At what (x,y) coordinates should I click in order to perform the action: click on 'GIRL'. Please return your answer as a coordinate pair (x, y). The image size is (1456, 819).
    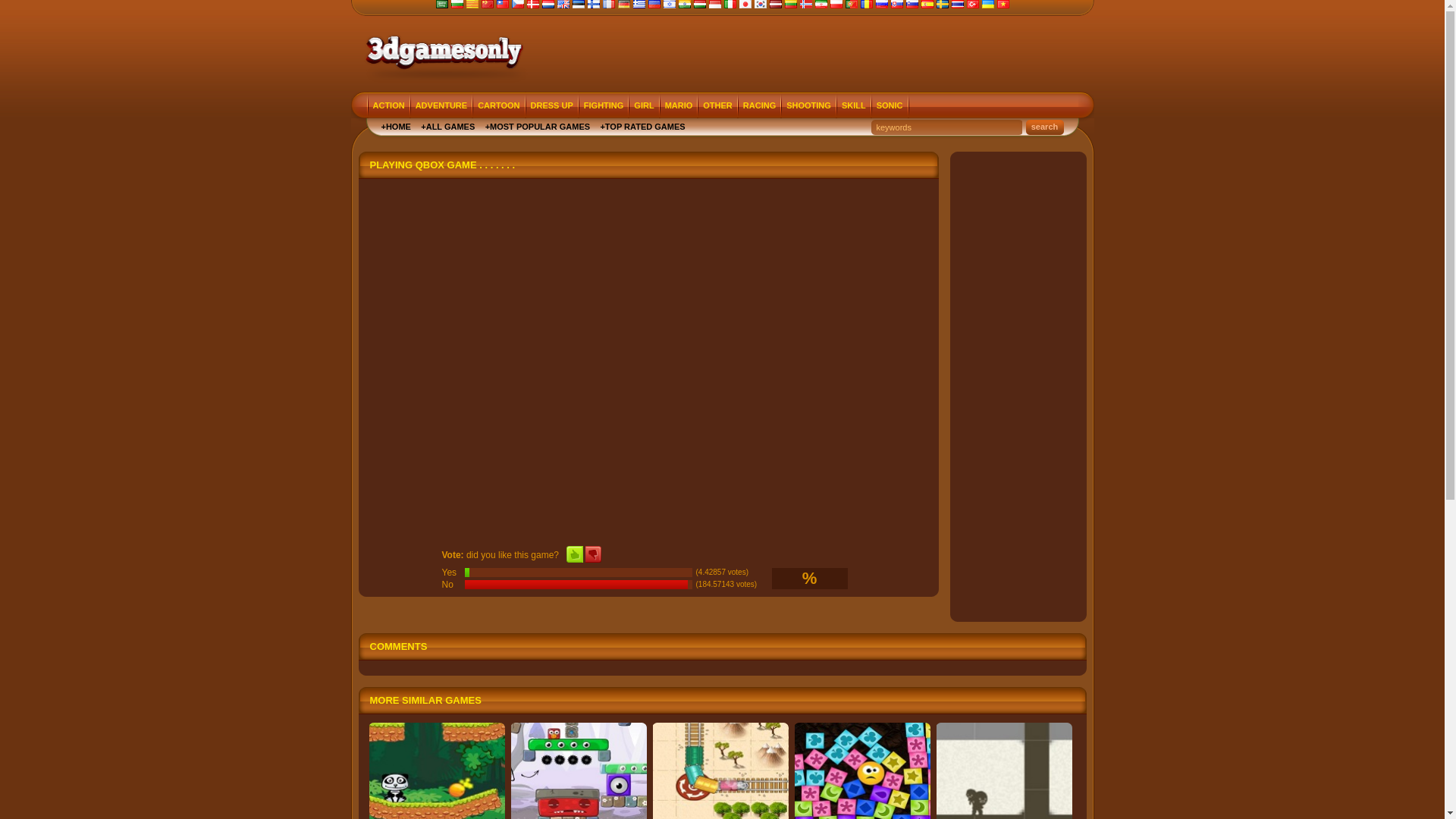
    Looking at the image, I should click on (644, 105).